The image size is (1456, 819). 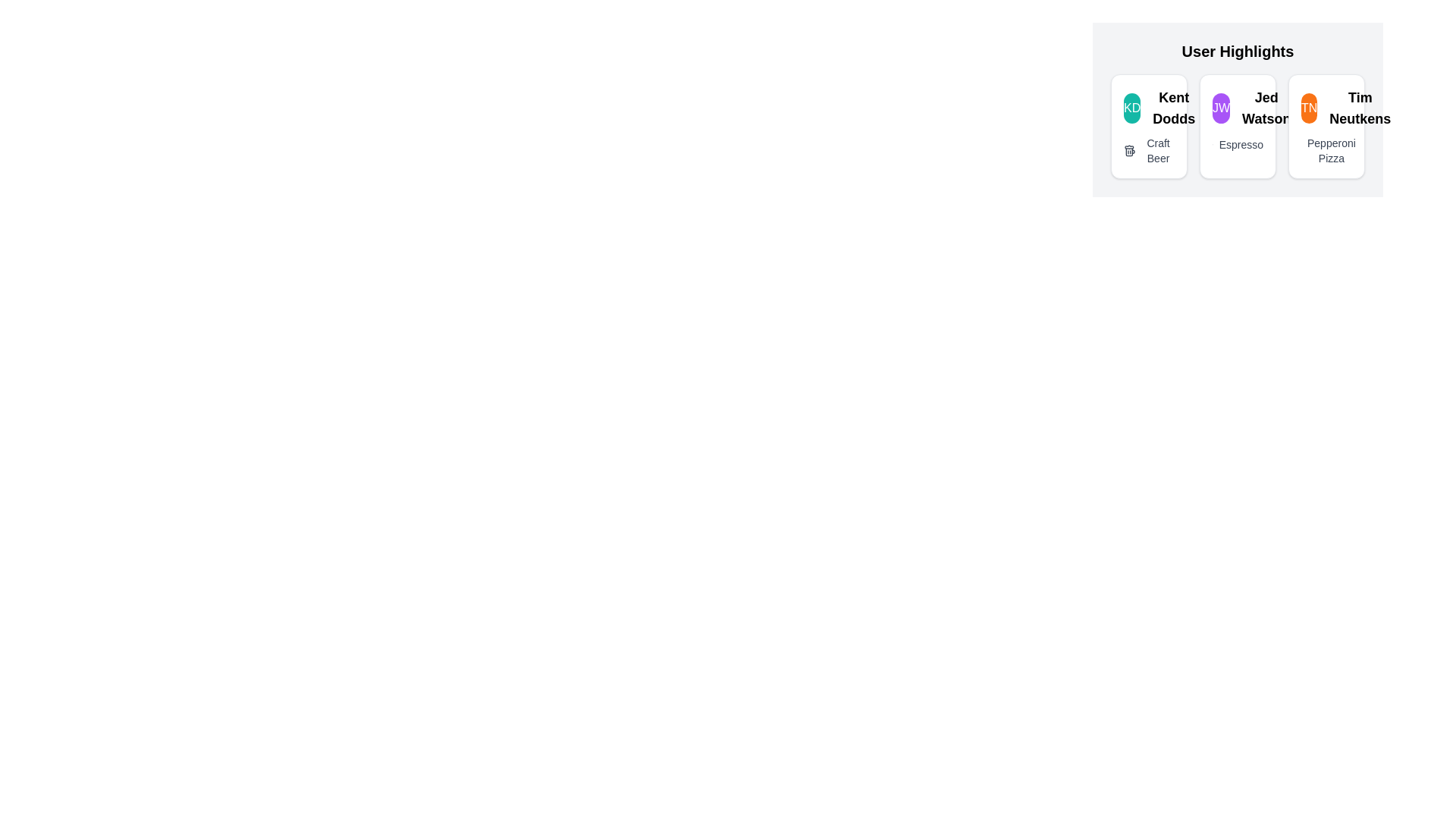 What do you see at coordinates (1326, 107) in the screenshot?
I see `the user name in the Profile preview component, which displays the user's avatar and name, located at the top-left of the rightmost card in the row of highlighted users` at bounding box center [1326, 107].